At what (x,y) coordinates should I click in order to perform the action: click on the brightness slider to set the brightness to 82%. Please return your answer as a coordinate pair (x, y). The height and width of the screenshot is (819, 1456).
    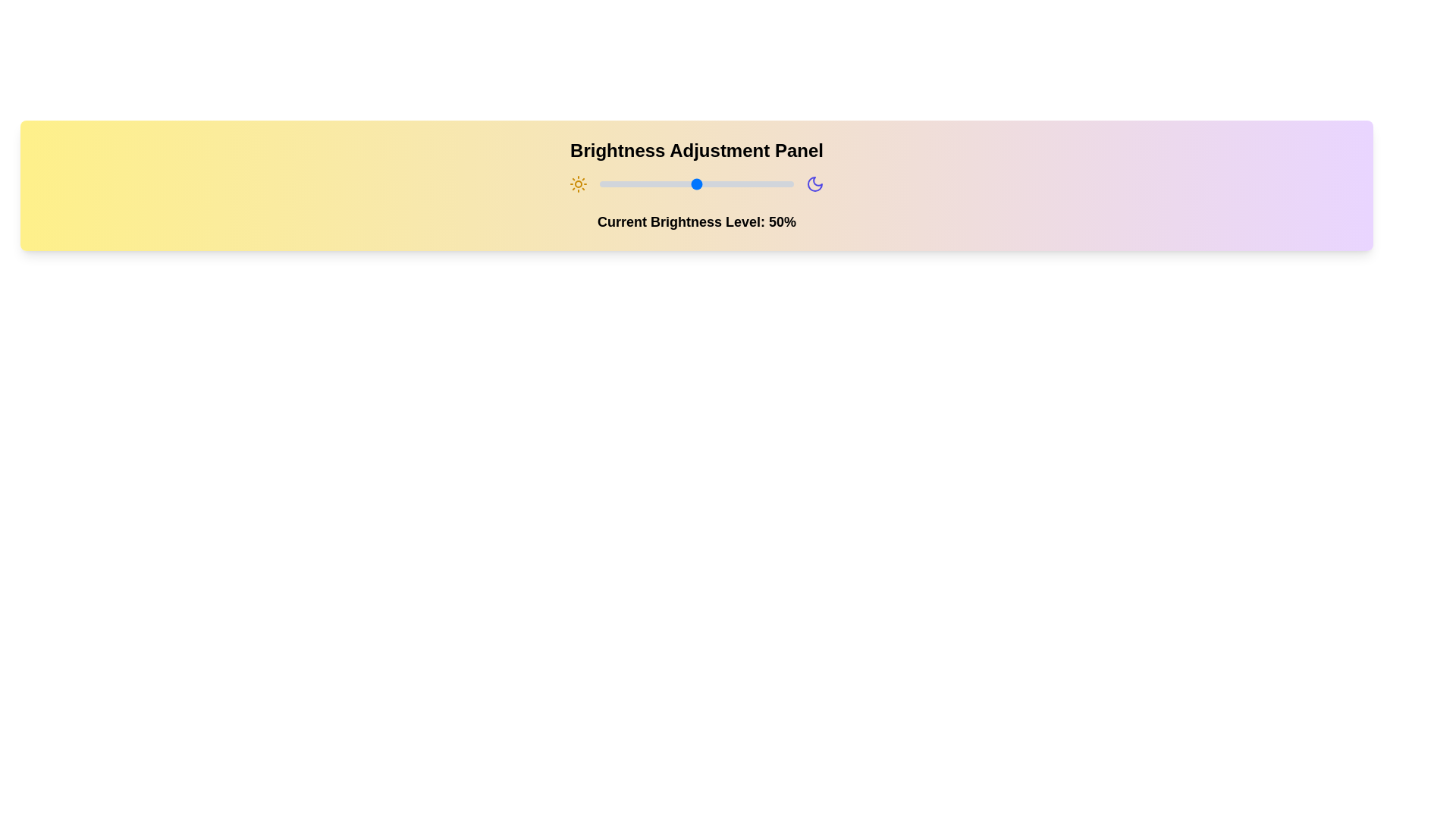
    Looking at the image, I should click on (758, 184).